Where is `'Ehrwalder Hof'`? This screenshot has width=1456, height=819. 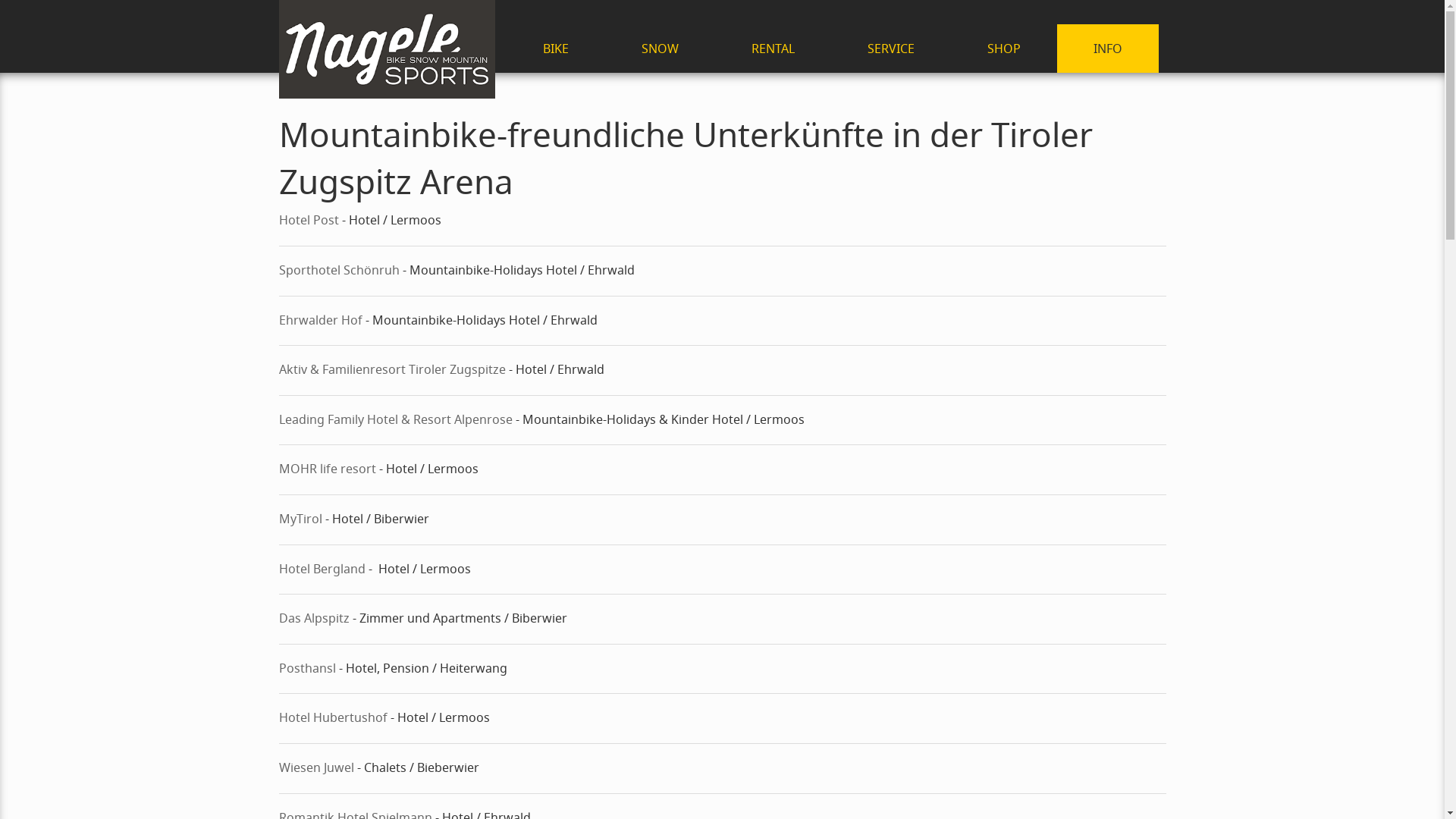
'Ehrwalder Hof' is located at coordinates (319, 318).